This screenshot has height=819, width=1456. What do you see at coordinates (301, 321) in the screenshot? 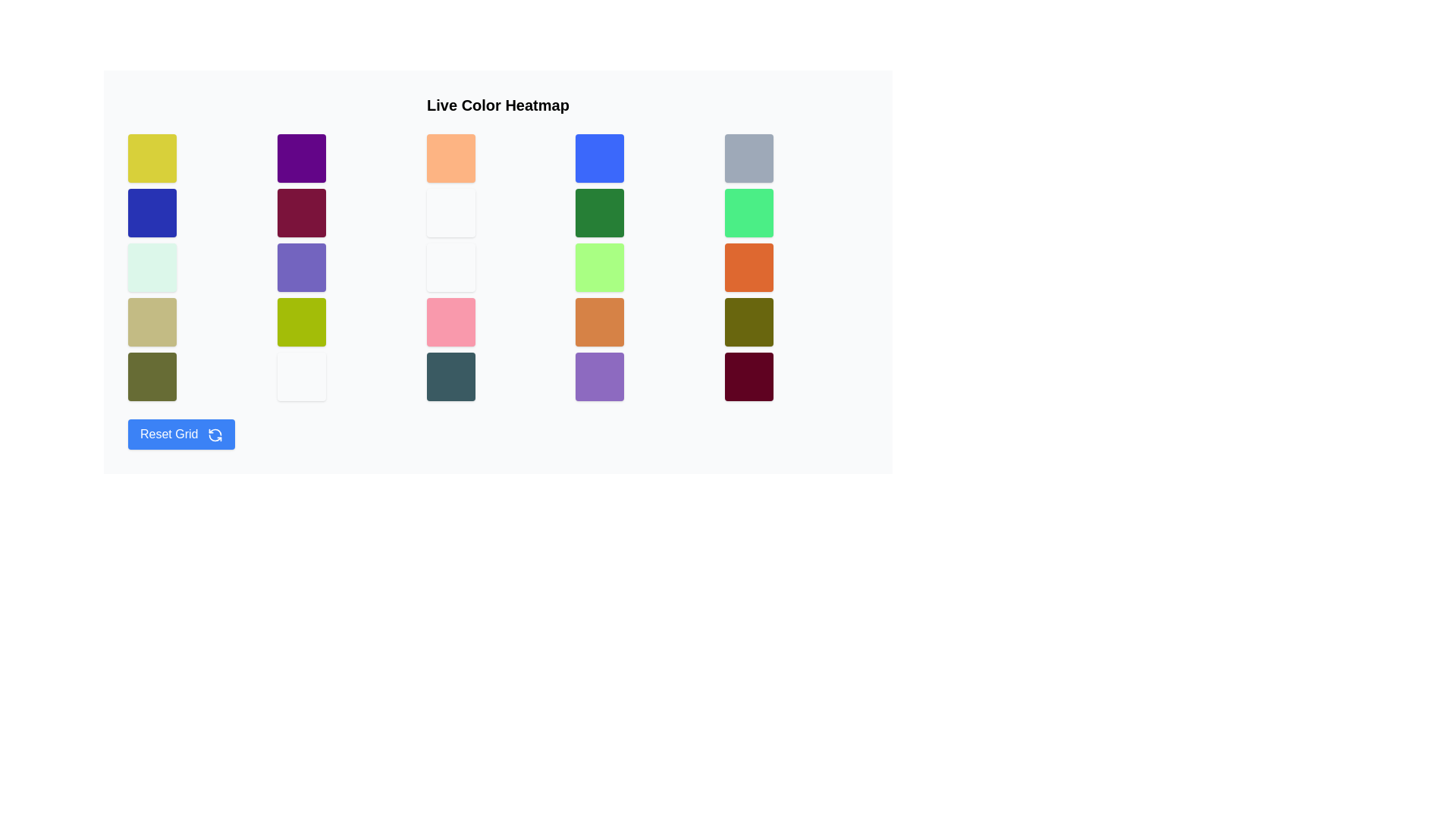
I see `the bright green square-shaped UI element located in the fourth row and second column of the grid` at bounding box center [301, 321].